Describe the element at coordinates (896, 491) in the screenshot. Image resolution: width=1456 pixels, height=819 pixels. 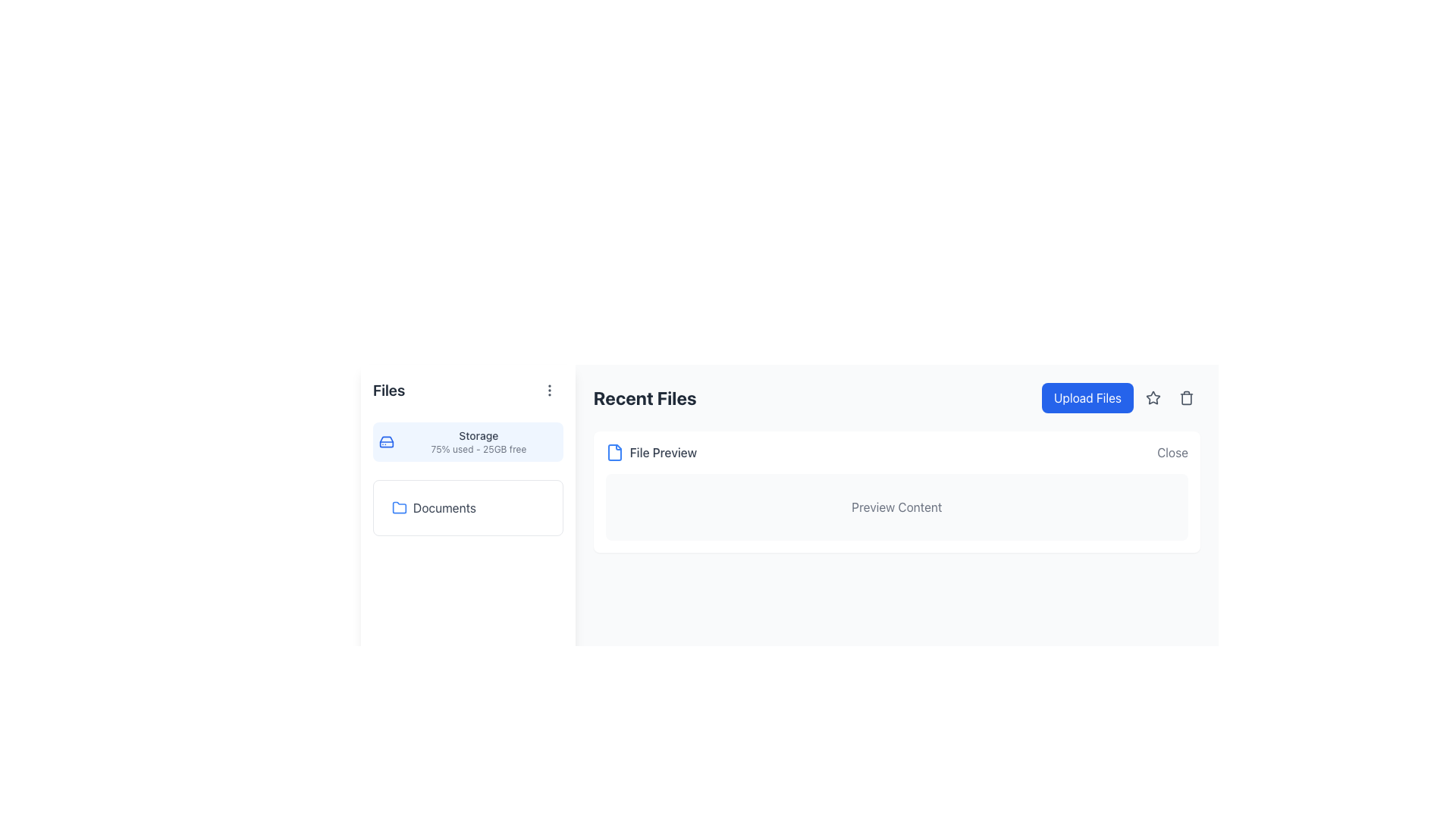
I see `the 'File Preview' title in the file preview section` at that location.